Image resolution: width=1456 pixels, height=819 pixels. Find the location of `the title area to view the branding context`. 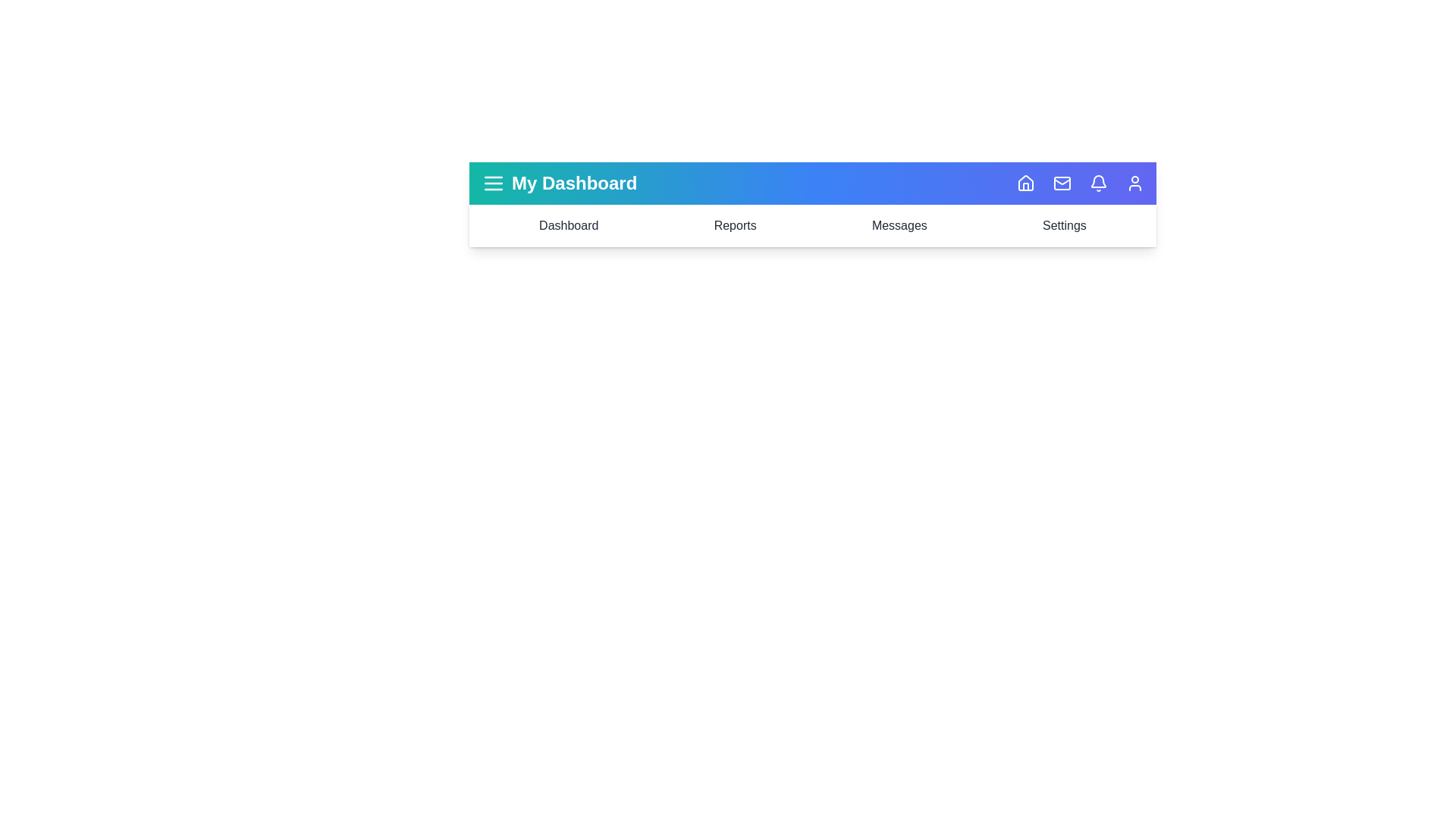

the title area to view the branding context is located at coordinates (573, 183).